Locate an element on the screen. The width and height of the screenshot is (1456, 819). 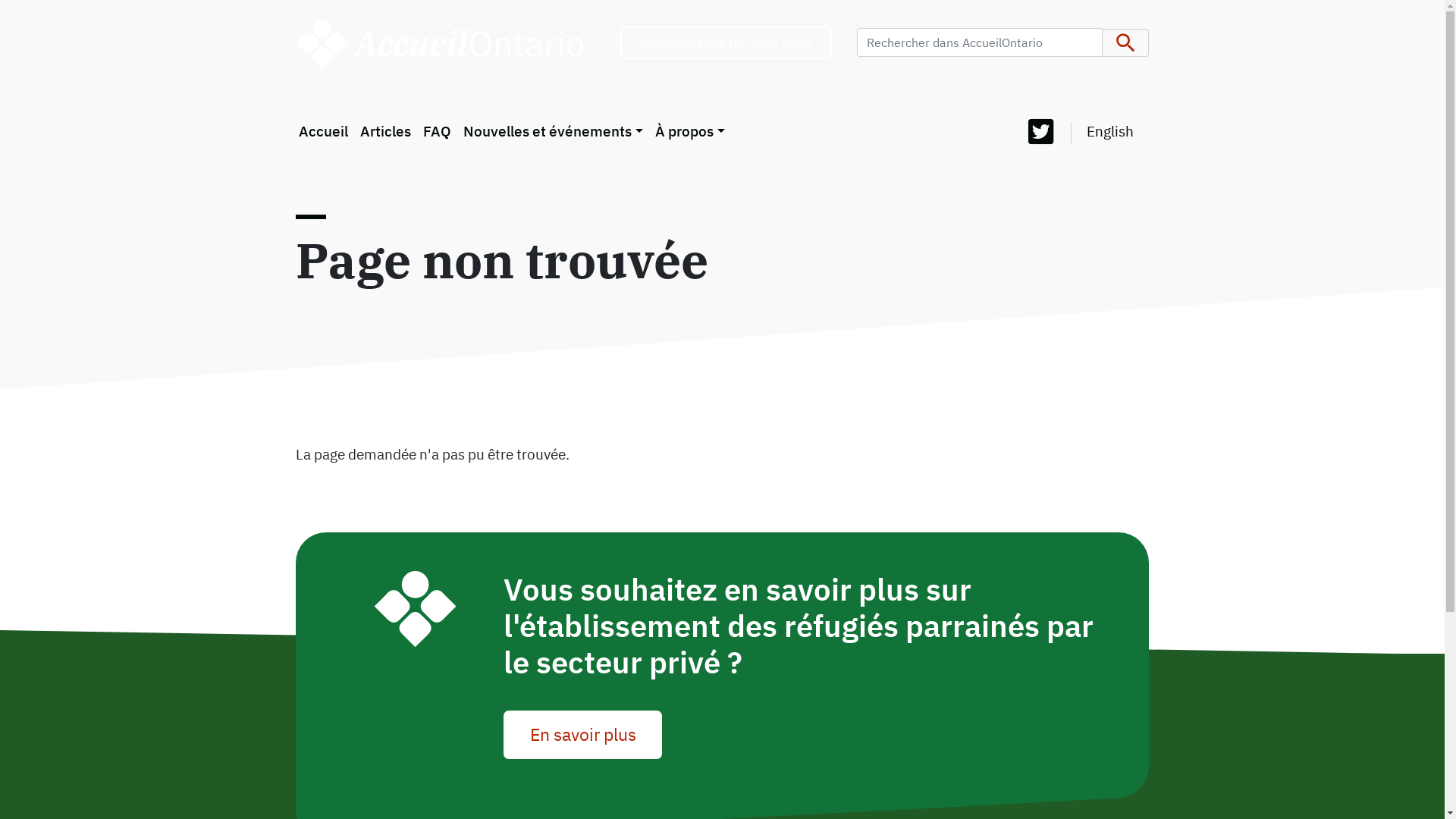
'En savoir plus' is located at coordinates (582, 733).